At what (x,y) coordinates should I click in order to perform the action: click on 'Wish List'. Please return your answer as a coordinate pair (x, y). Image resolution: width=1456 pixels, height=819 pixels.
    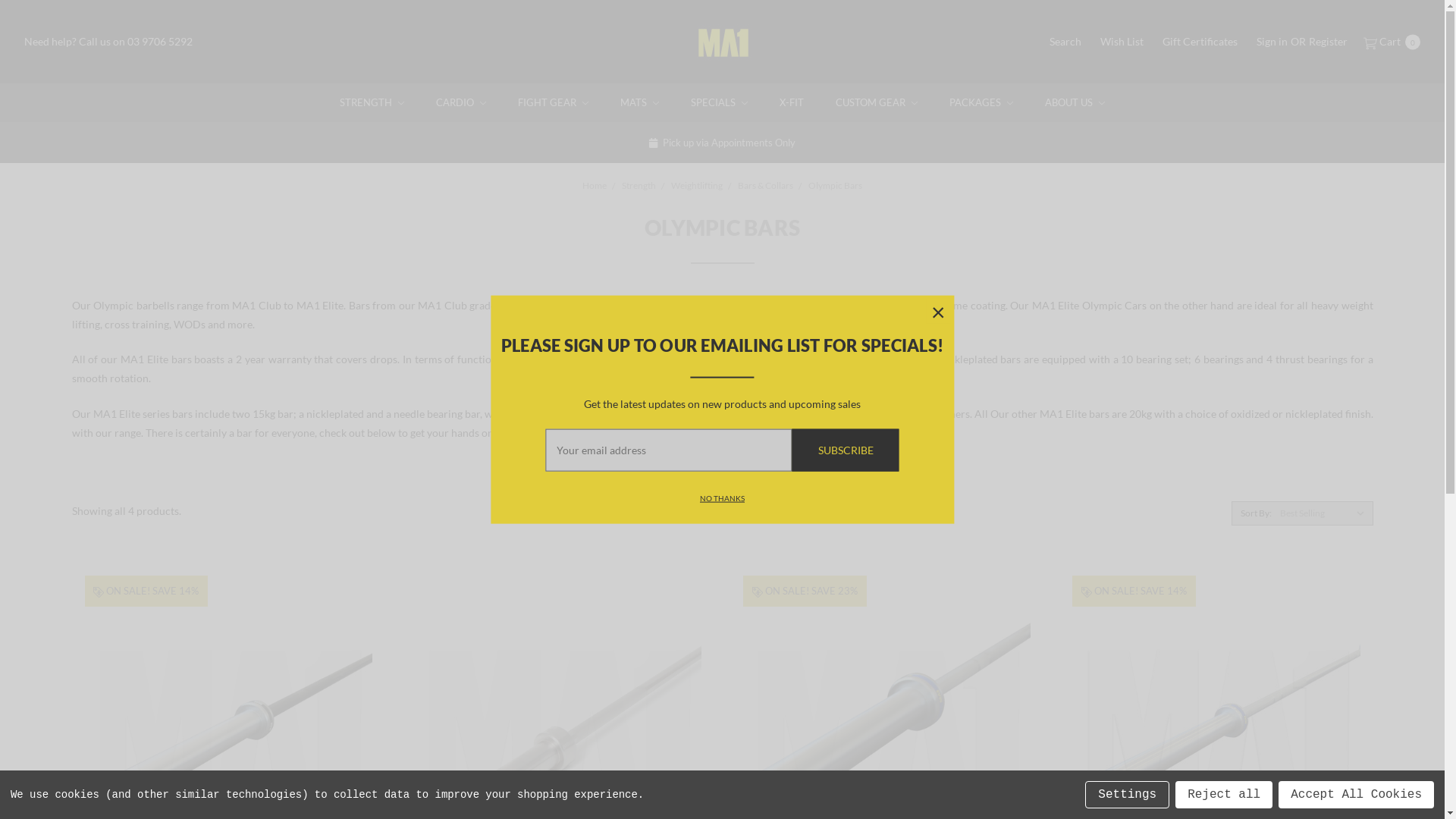
    Looking at the image, I should click on (1122, 40).